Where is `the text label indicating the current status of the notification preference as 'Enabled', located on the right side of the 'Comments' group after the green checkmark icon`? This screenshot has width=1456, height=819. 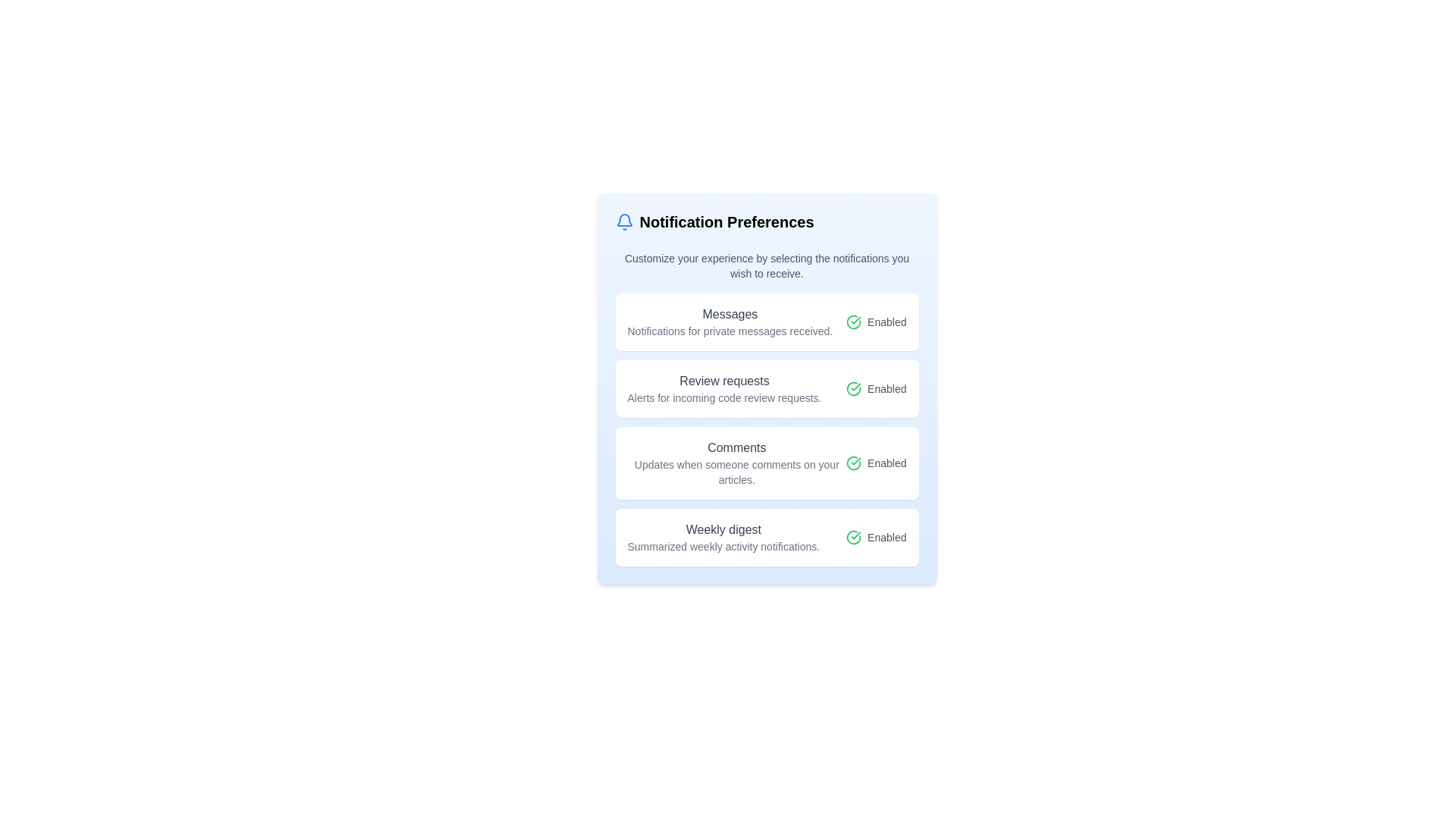 the text label indicating the current status of the notification preference as 'Enabled', located on the right side of the 'Comments' group after the green checkmark icon is located at coordinates (886, 462).